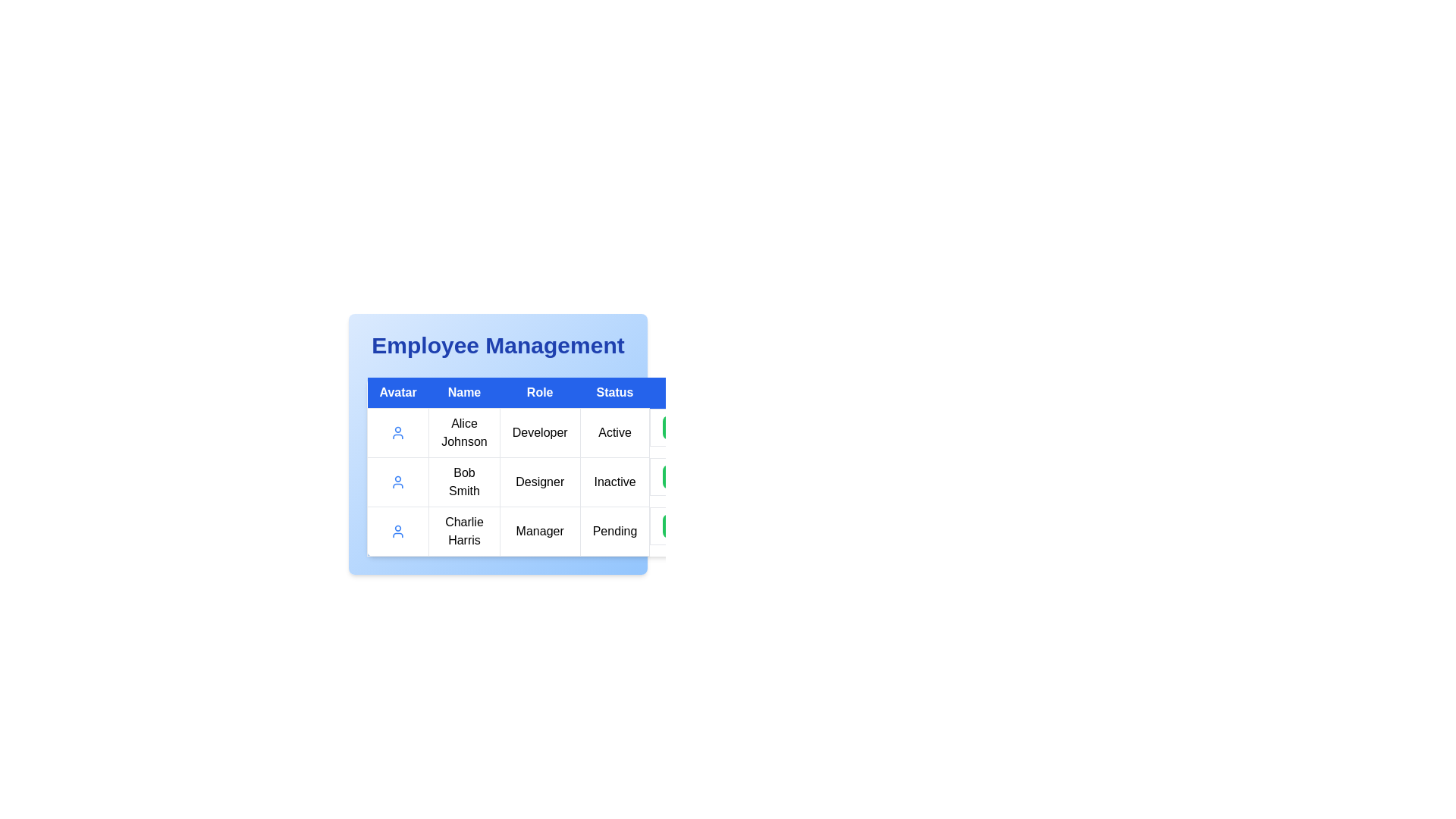 The image size is (1456, 819). I want to click on text label displaying 'Developer' located in the third column of the first row under the 'Role' header associated with 'Alice Johnson', so click(540, 432).